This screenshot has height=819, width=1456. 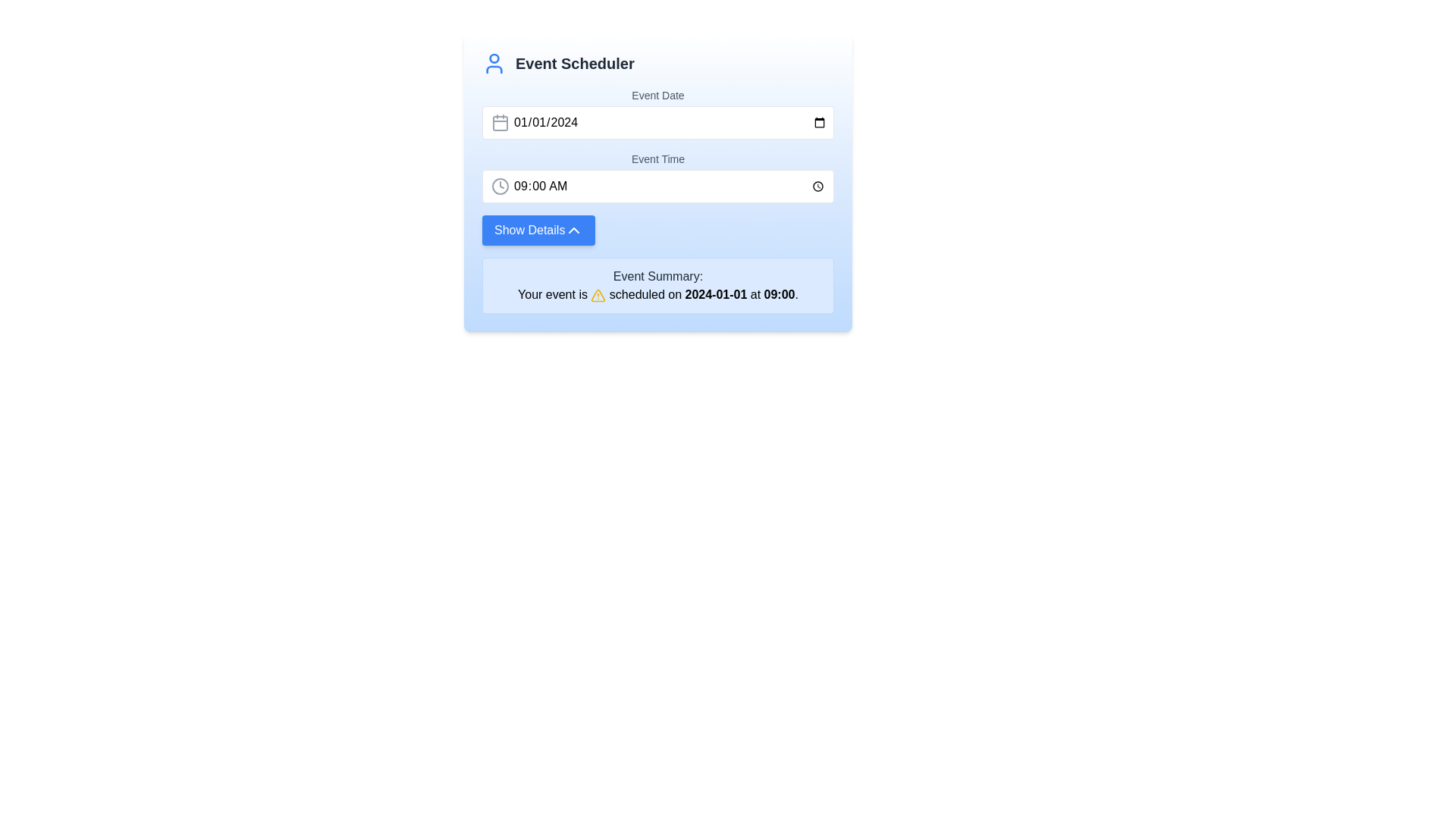 What do you see at coordinates (658, 96) in the screenshot?
I see `the Text label that describes the input field for entering or selecting an event date, positioned directly above the input field with the placeholder '01/01/2024'` at bounding box center [658, 96].